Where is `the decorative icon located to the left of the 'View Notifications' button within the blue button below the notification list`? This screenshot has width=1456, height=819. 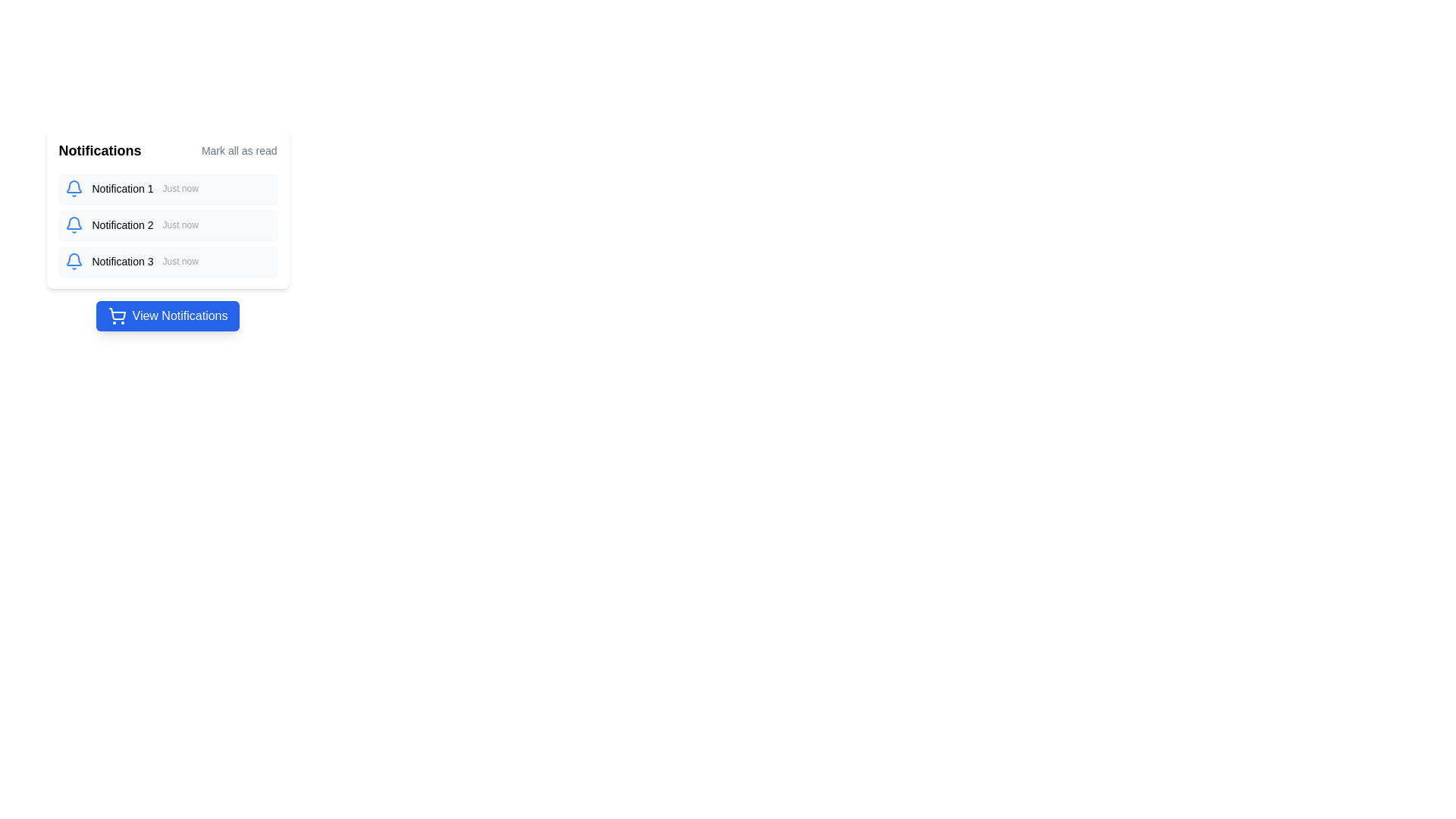 the decorative icon located to the left of the 'View Notifications' button within the blue button below the notification list is located at coordinates (116, 315).